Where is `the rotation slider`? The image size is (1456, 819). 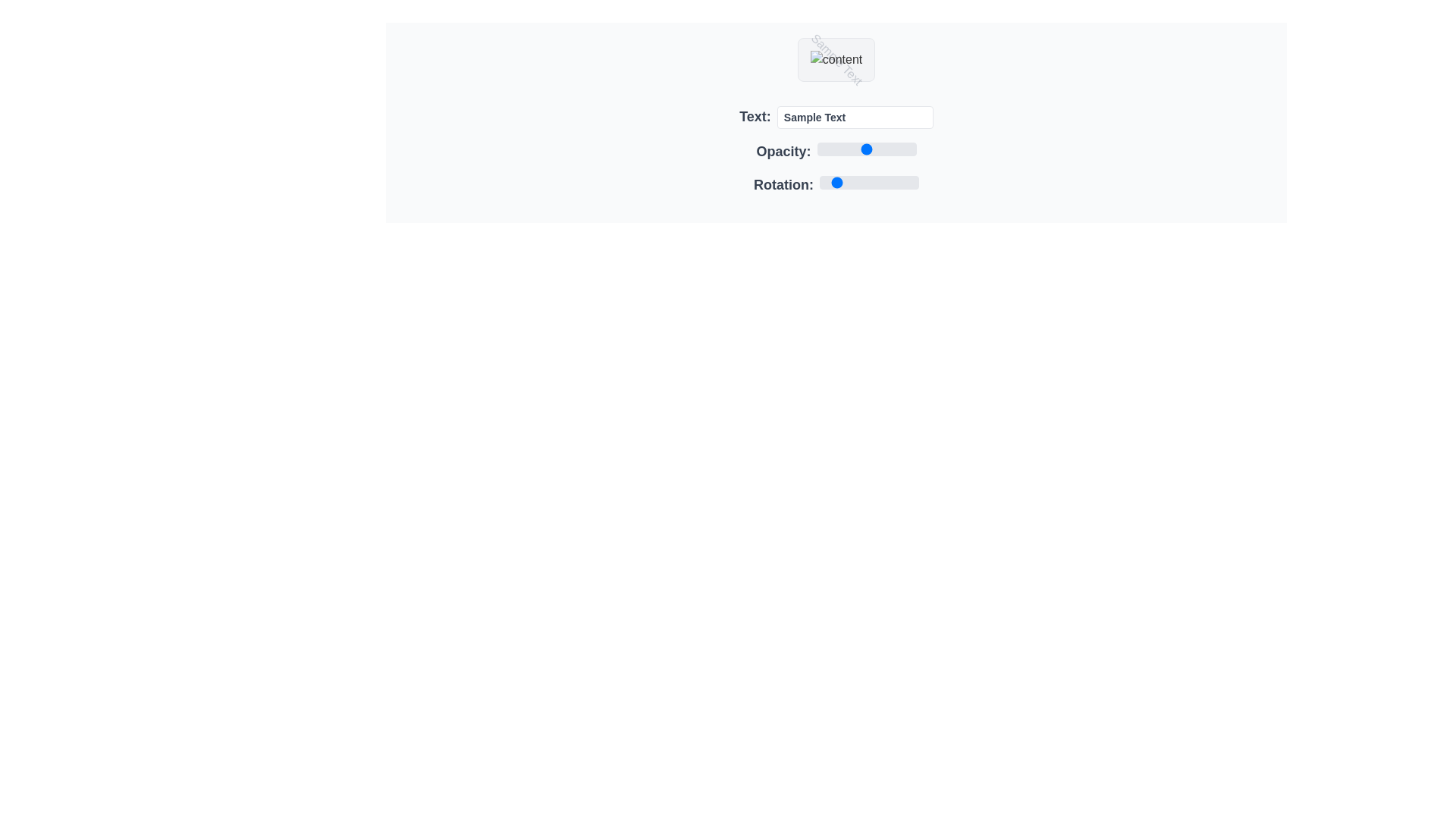 the rotation slider is located at coordinates (832, 181).